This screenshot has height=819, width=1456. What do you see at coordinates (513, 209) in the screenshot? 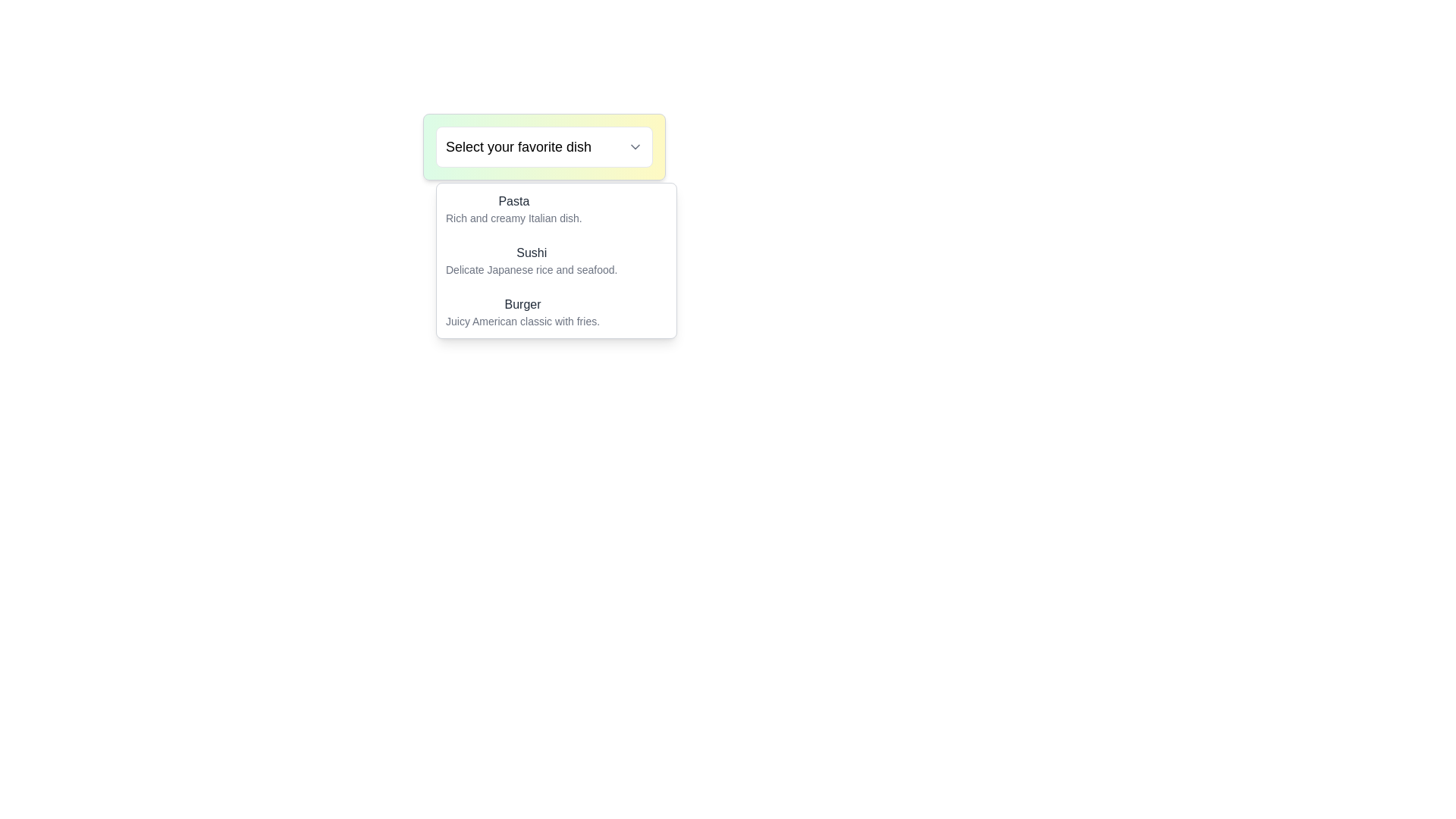
I see `the 'Pasta' Text Display Block in the dropdown menu` at bounding box center [513, 209].